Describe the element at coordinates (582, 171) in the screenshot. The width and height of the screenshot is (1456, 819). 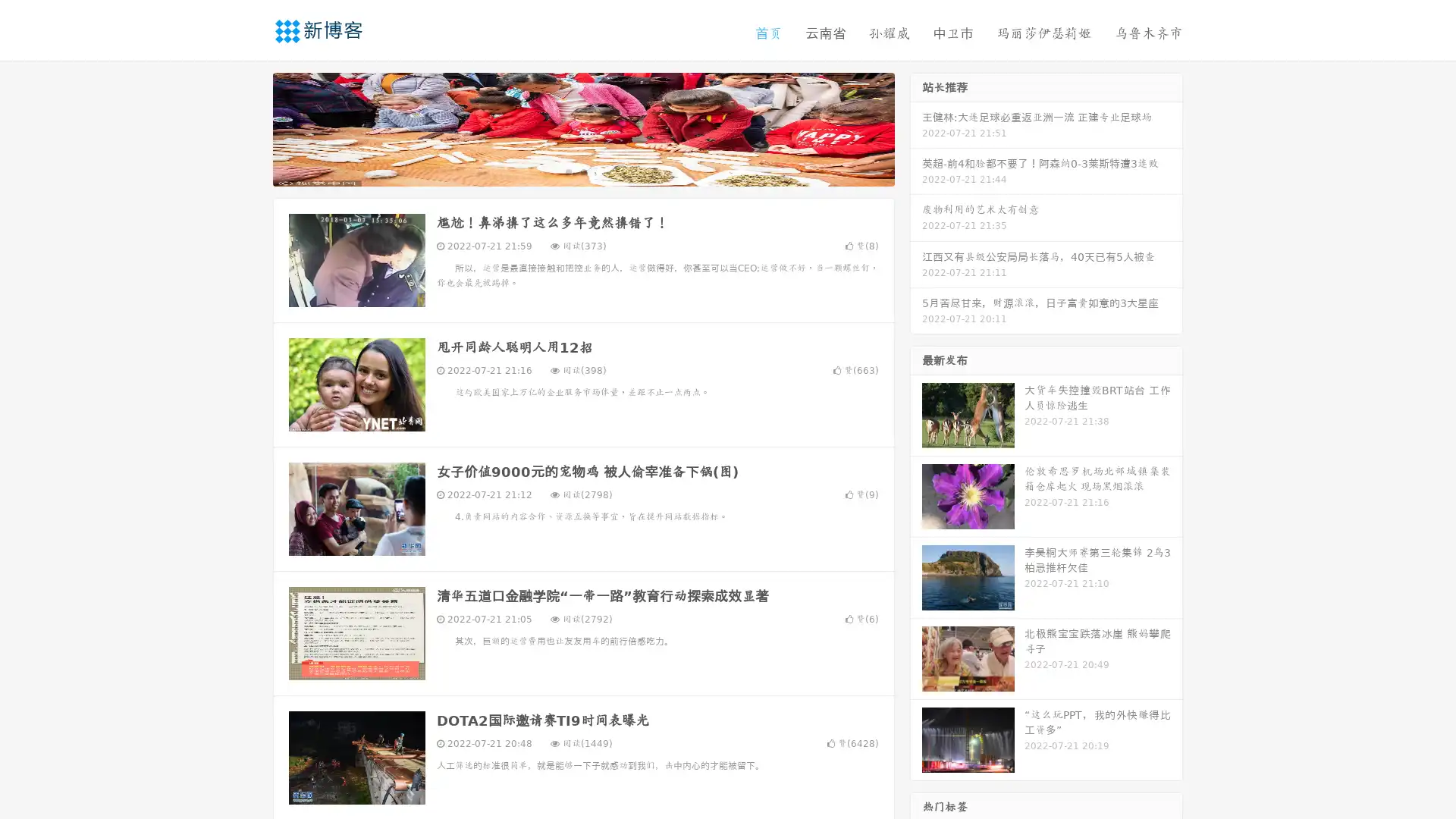
I see `Go to slide 2` at that location.